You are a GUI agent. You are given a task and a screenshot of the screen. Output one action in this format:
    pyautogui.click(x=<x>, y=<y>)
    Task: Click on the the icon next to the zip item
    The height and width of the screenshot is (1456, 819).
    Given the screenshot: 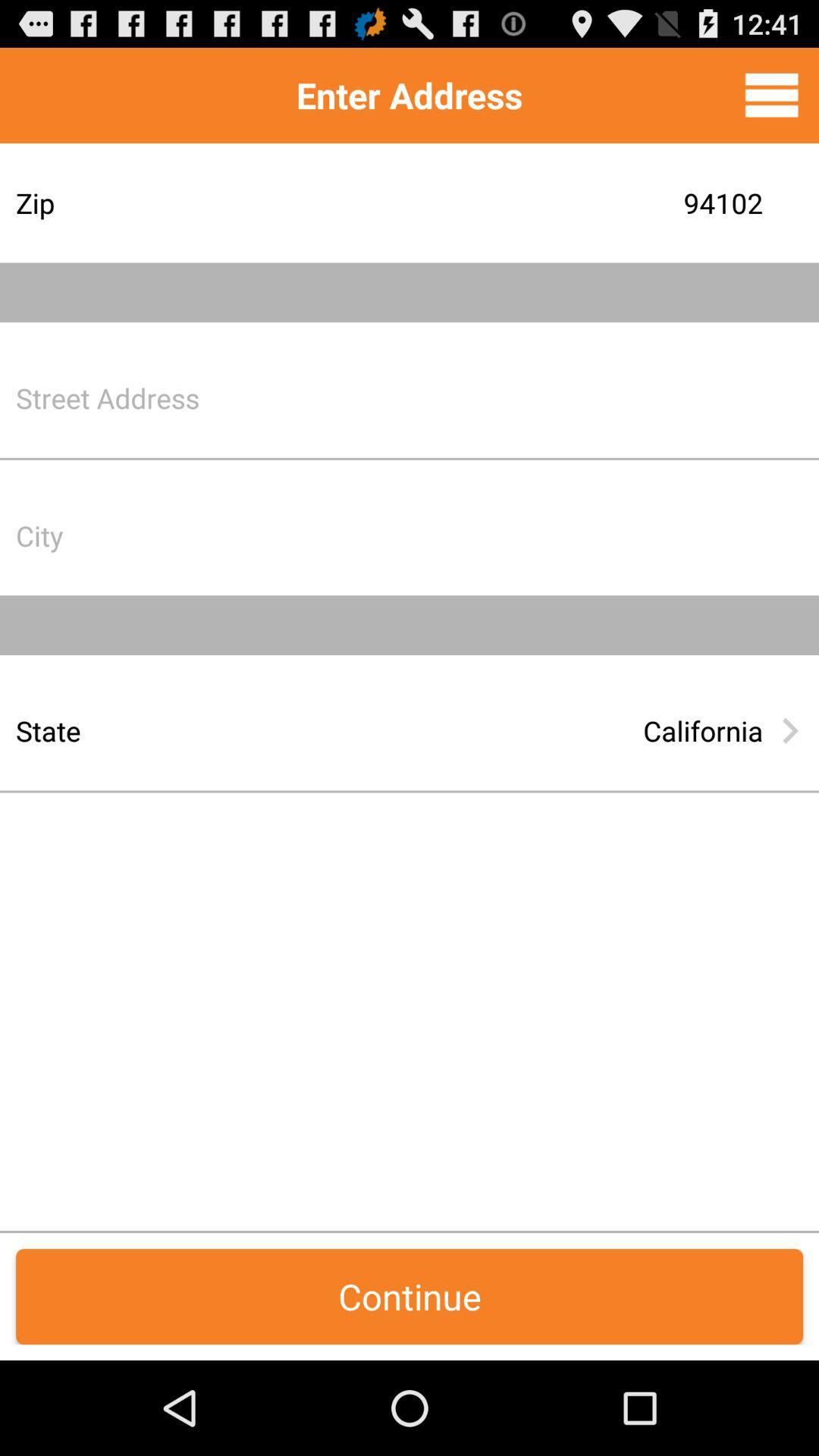 What is the action you would take?
    pyautogui.click(x=526, y=202)
    